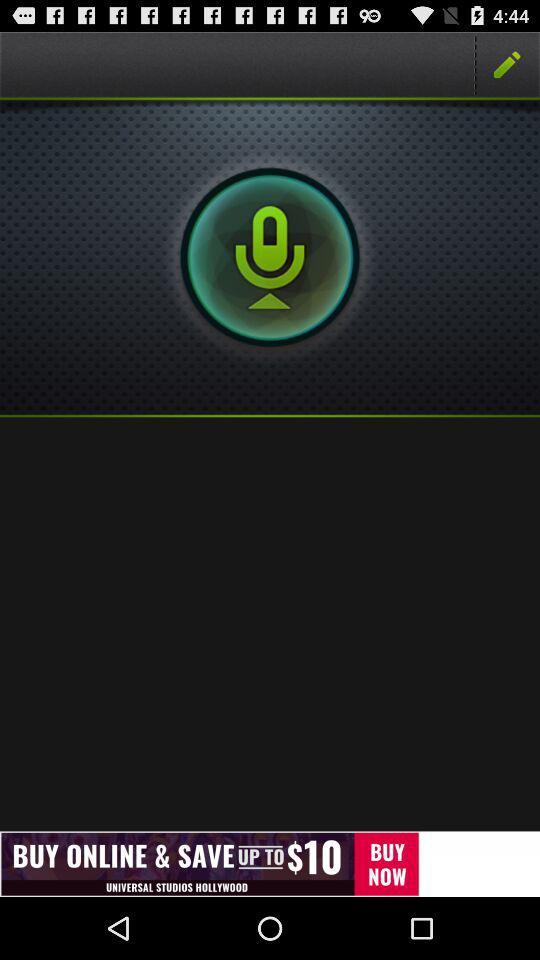 The width and height of the screenshot is (540, 960). What do you see at coordinates (270, 863) in the screenshot?
I see `item at the bottom` at bounding box center [270, 863].